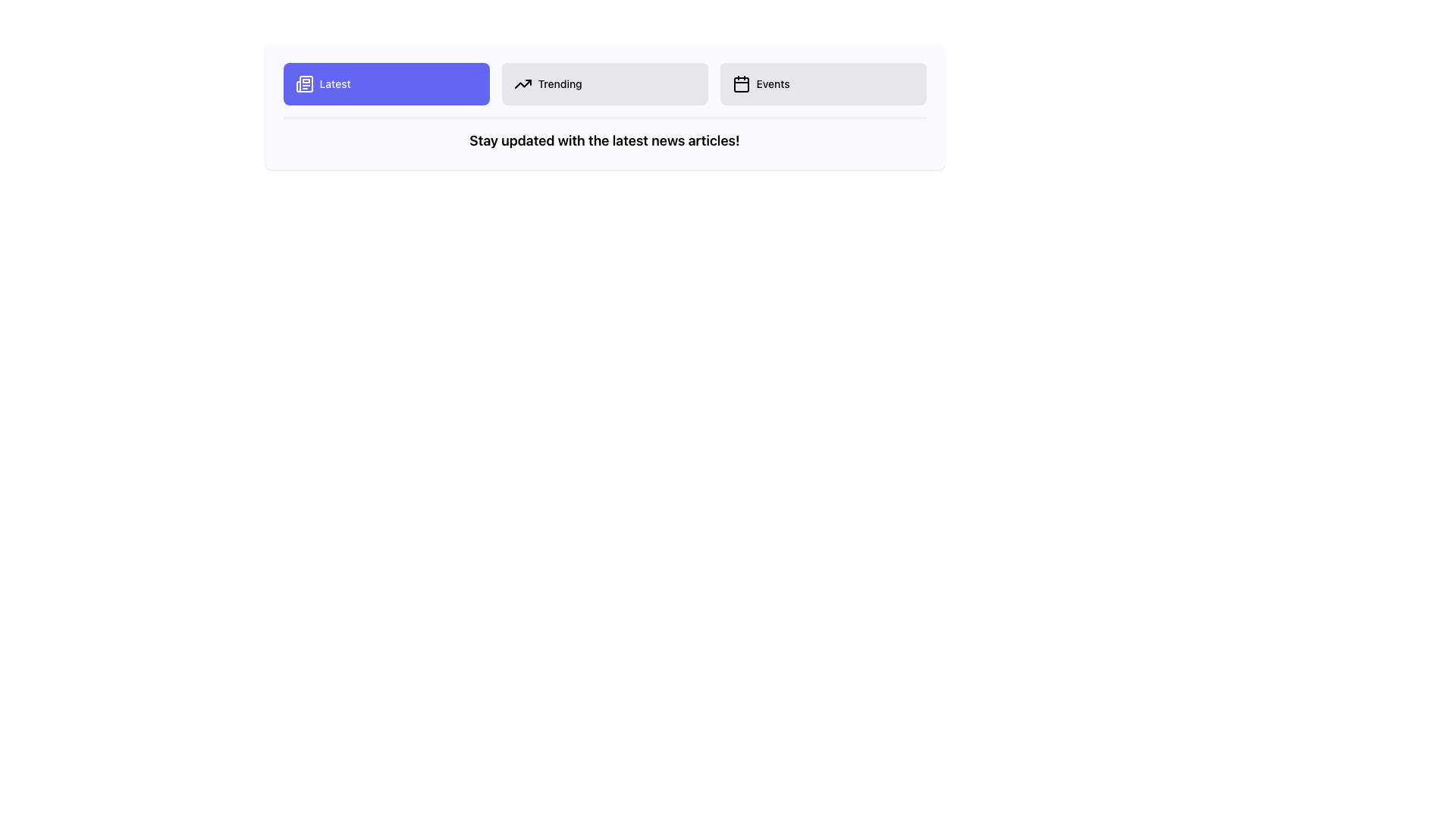 This screenshot has width=1456, height=819. I want to click on the 'Events' tab, which is represented by a rectangular element with rounded corners located within a calendar icon in the horizontal navigation bar, so click(741, 84).